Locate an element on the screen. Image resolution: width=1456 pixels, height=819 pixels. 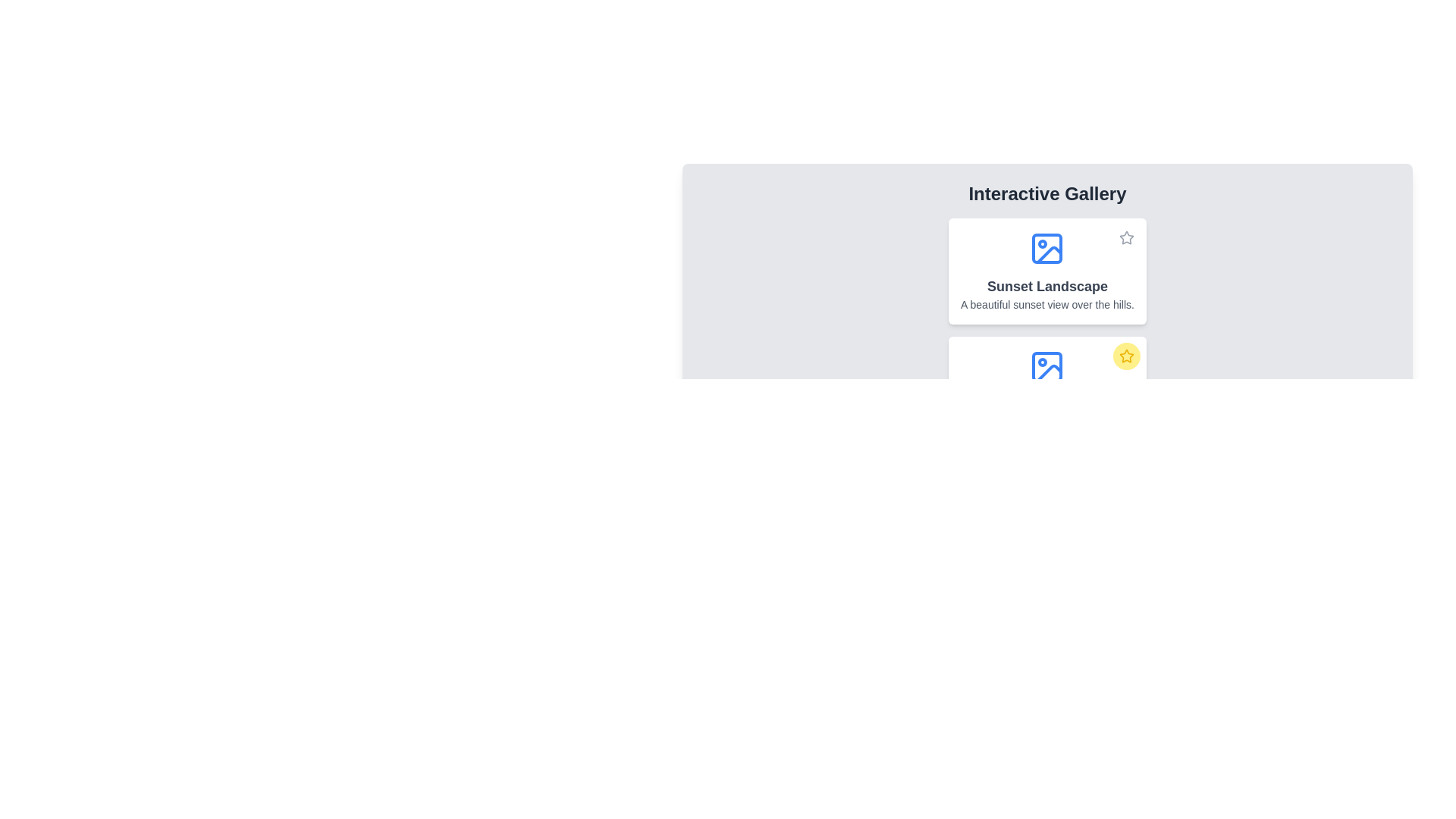
the yellow outlined star icon located in the upper-right corner of the card interface is located at coordinates (1126, 356).